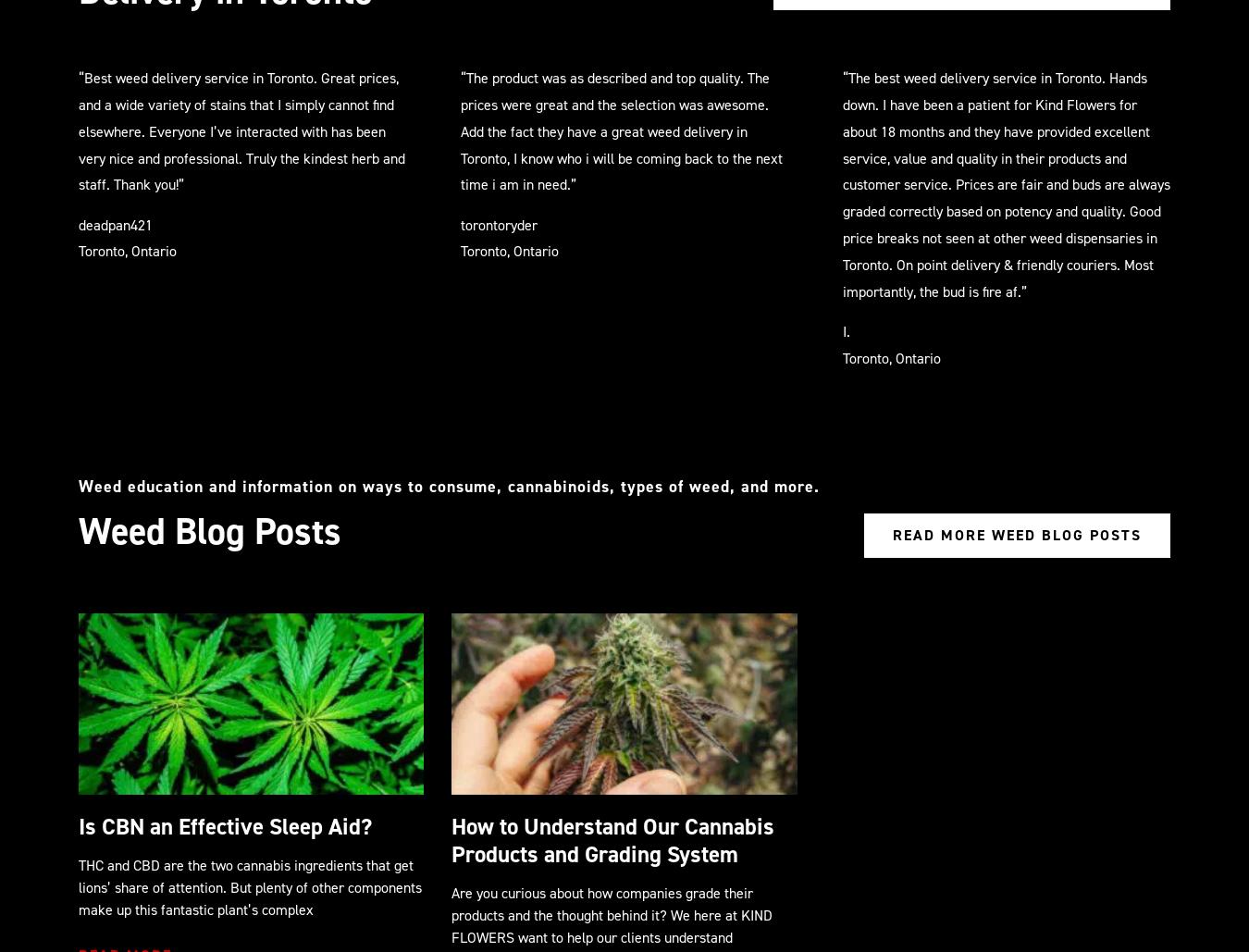 This screenshot has width=1249, height=952. What do you see at coordinates (249, 886) in the screenshot?
I see `'THC and CBD are the two cannabis ingredients that get lions’ share of attention. But plenty of other components make up this fantastic plant’s complex'` at bounding box center [249, 886].